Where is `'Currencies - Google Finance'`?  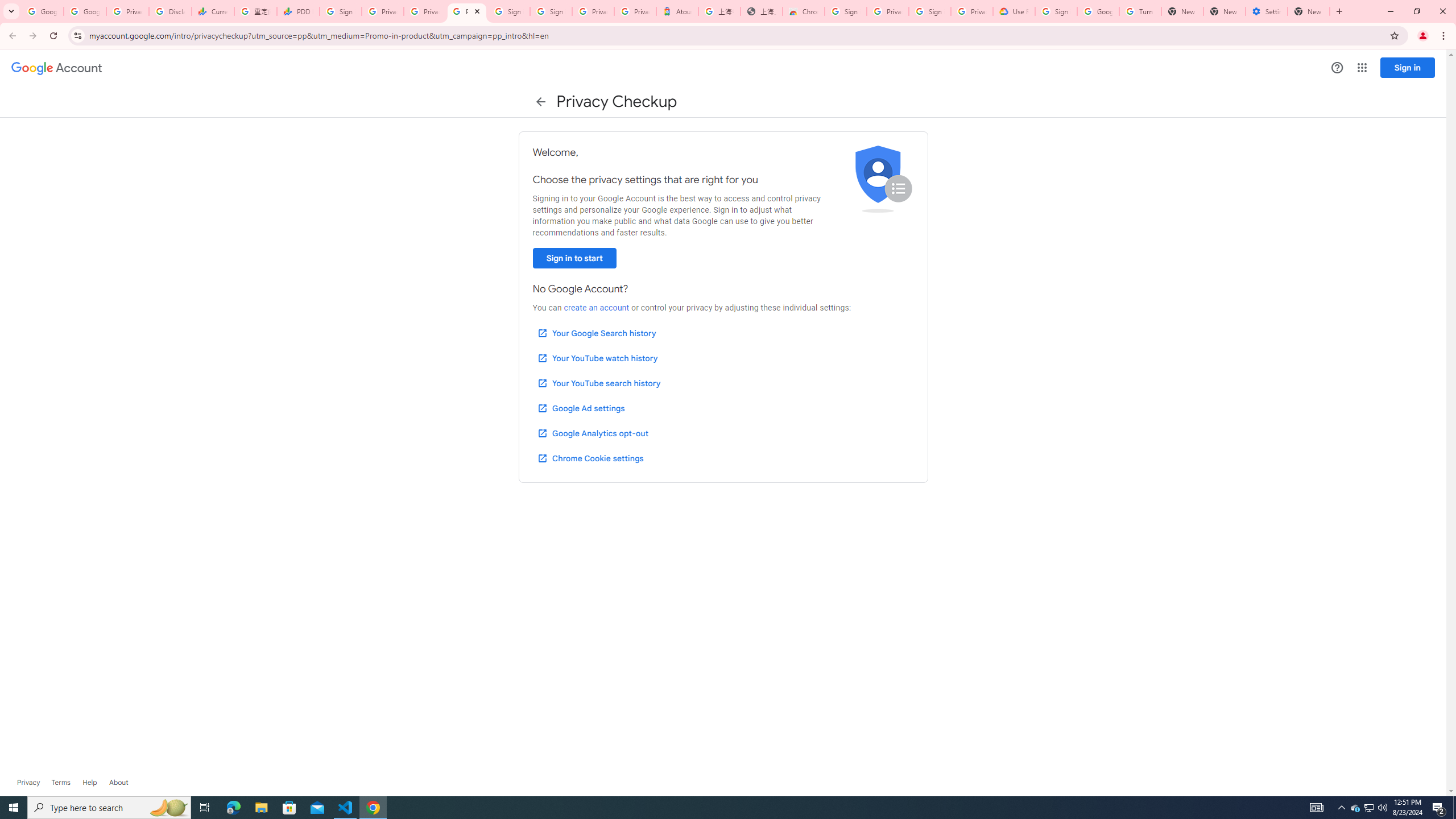
'Currencies - Google Finance' is located at coordinates (212, 11).